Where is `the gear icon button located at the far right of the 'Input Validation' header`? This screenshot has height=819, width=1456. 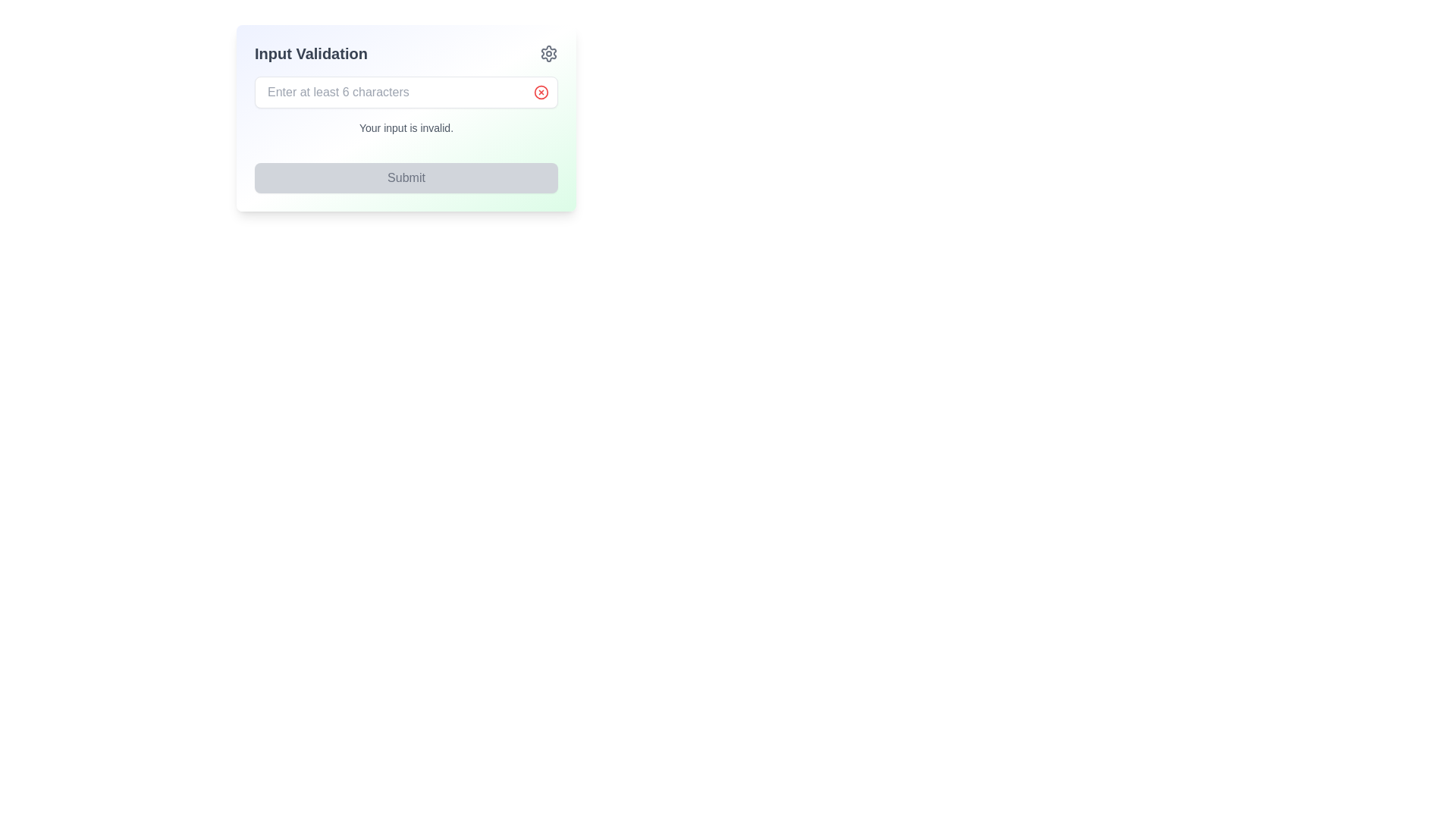 the gear icon button located at the far right of the 'Input Validation' header is located at coordinates (548, 52).